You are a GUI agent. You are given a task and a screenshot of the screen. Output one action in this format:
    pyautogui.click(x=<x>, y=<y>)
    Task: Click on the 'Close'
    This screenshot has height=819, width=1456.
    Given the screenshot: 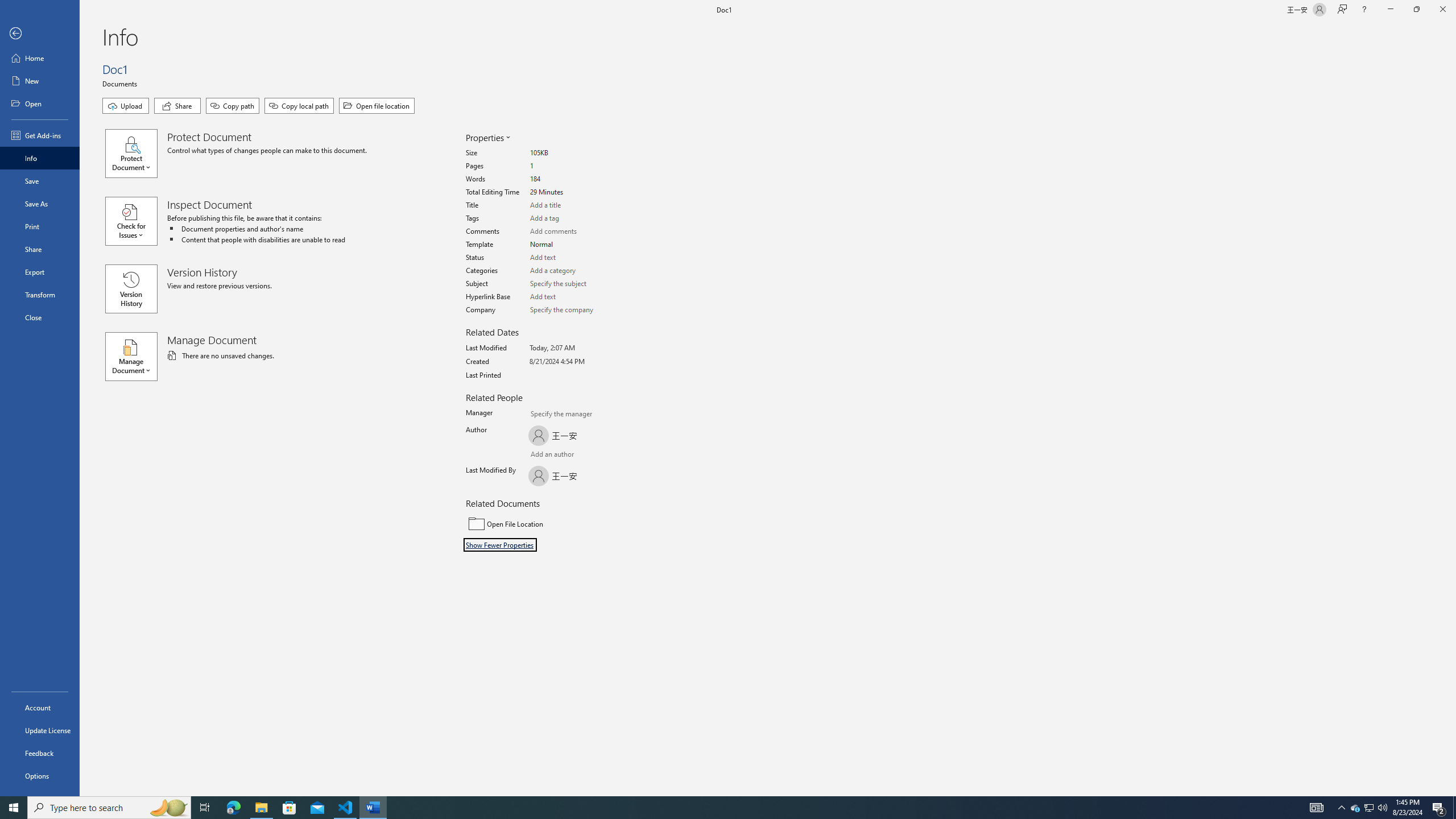 What is the action you would take?
    pyautogui.click(x=39, y=317)
    